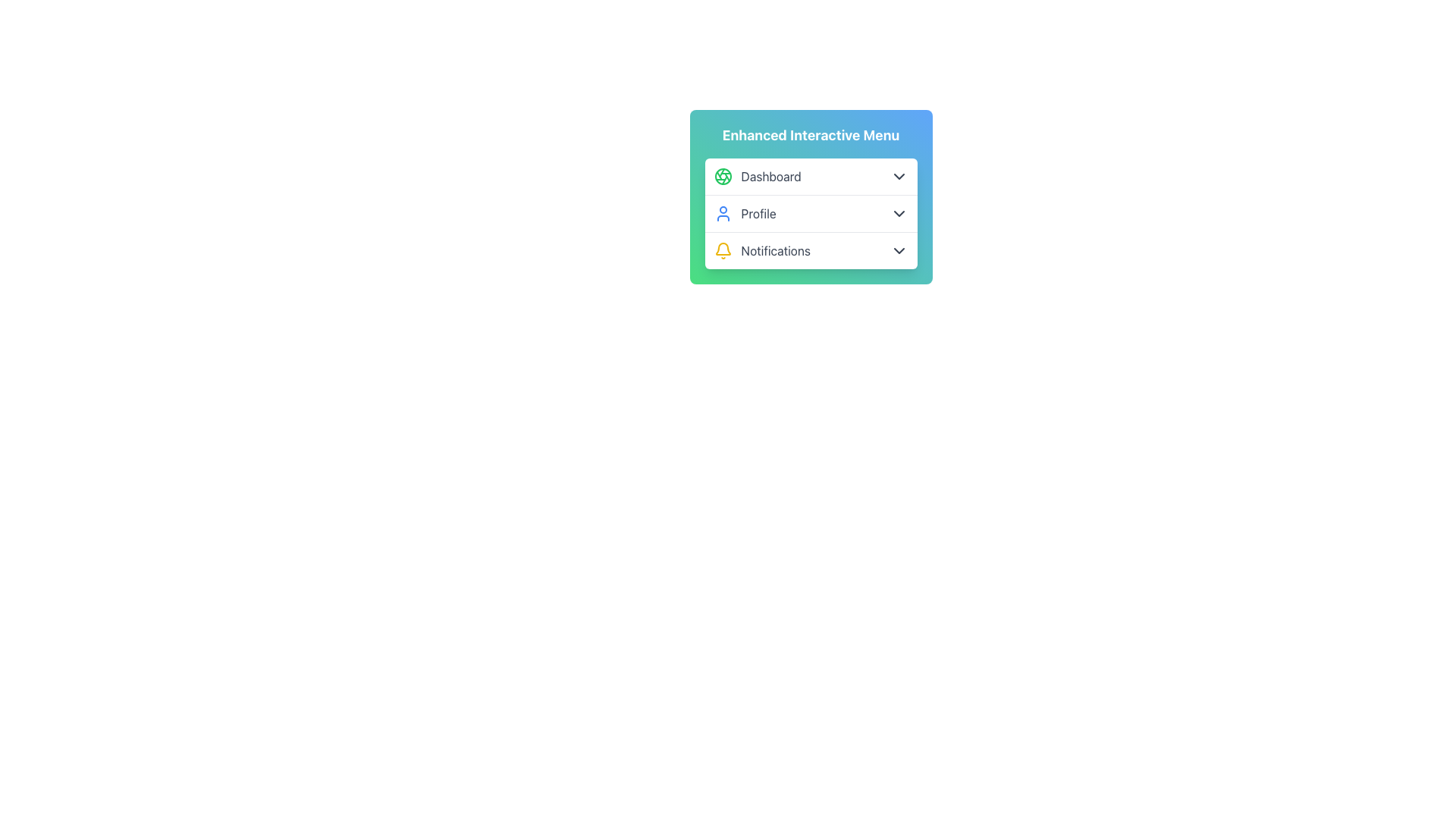 Image resolution: width=1456 pixels, height=819 pixels. Describe the element at coordinates (776, 250) in the screenshot. I see `text label for the Notifications section, which is the third entry in the 'Enhanced Interactive Menu' list, located below the 'Profile' entry` at that location.